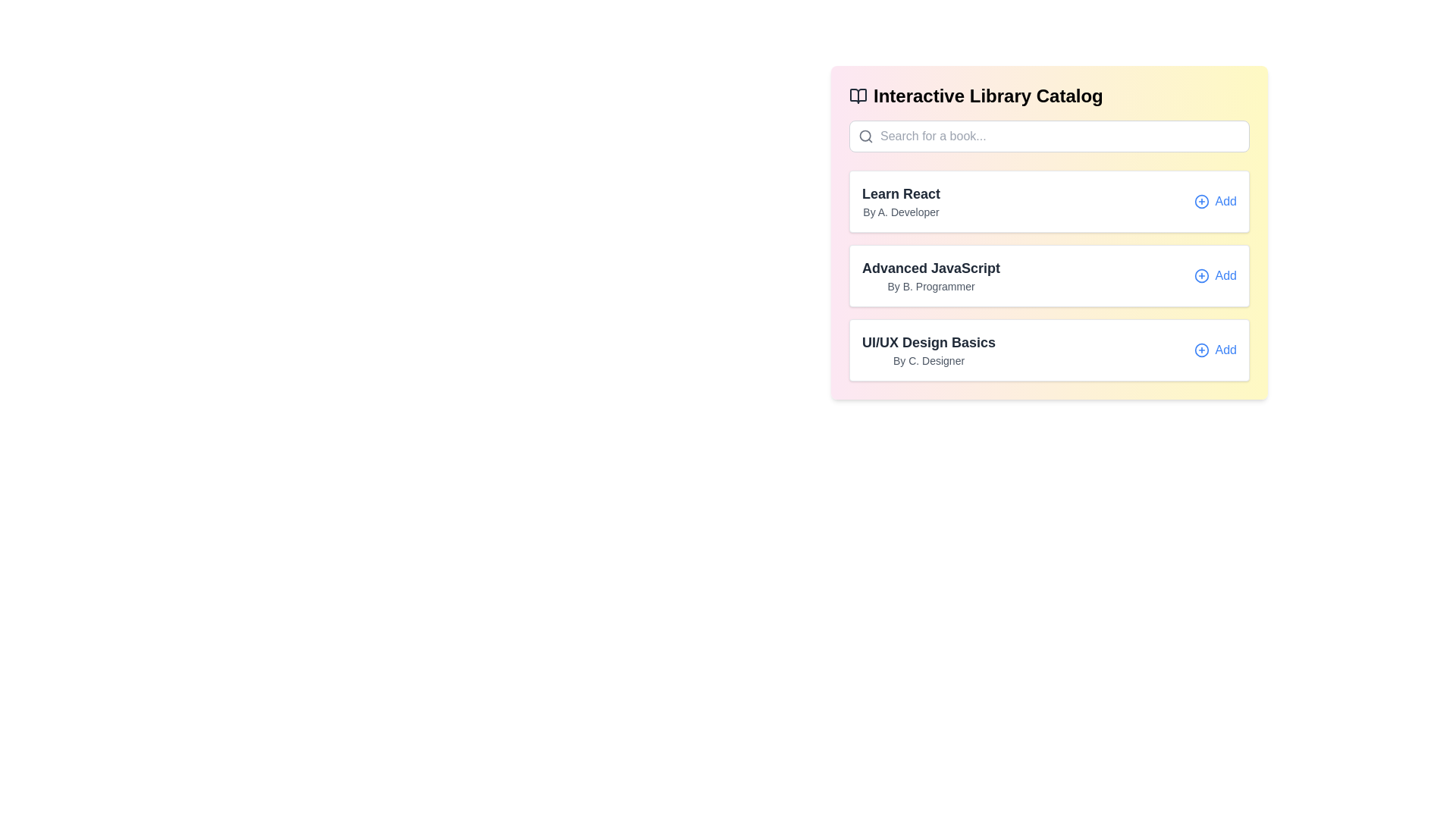 The height and width of the screenshot is (819, 1456). Describe the element at coordinates (1200, 350) in the screenshot. I see `the 'Add' button located to the right of the 'UI/UX Design Basics' list item in the 'Interactive Library Catalog' interface` at that location.